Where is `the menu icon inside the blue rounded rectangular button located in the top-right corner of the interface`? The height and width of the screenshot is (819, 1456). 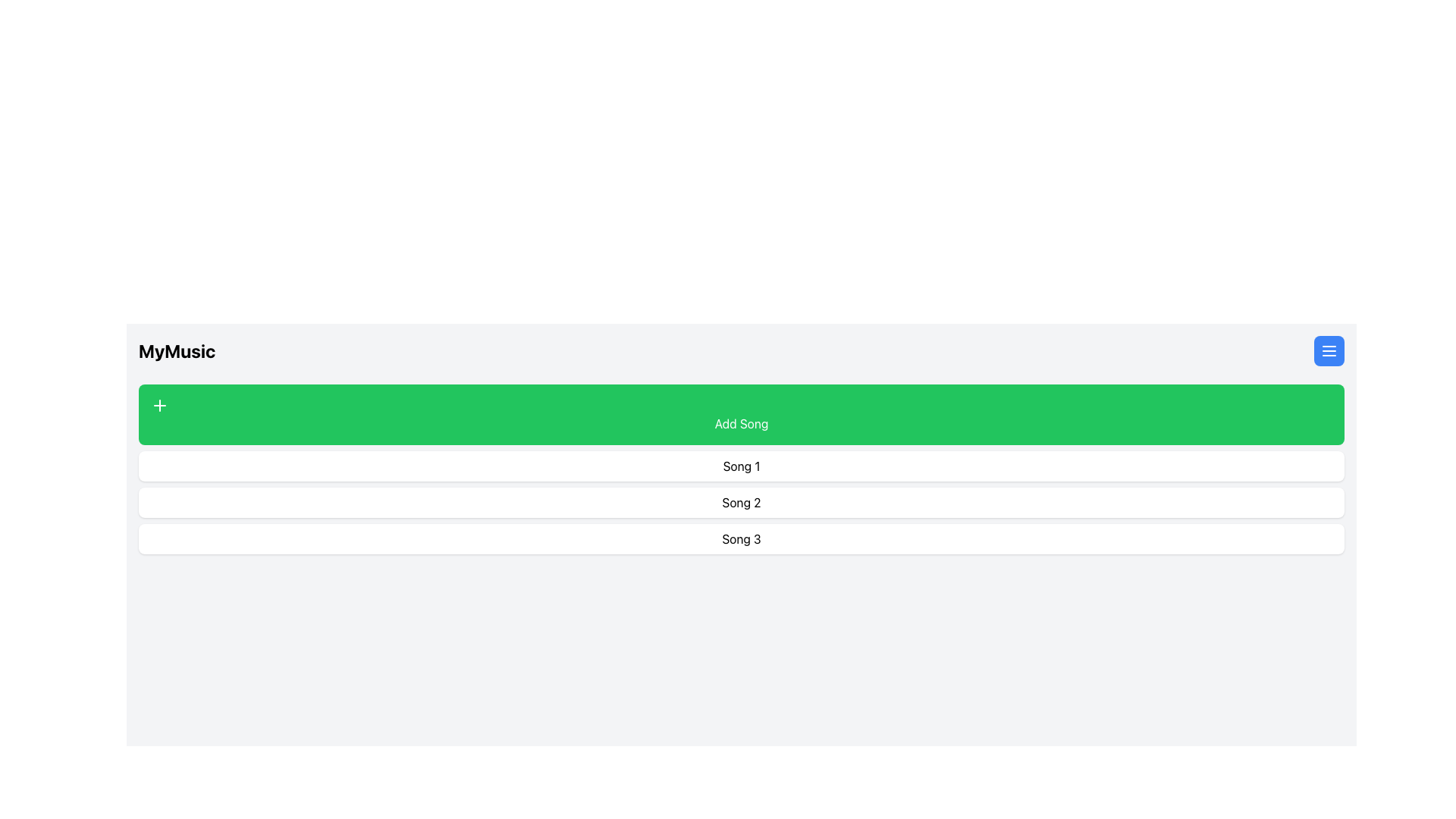
the menu icon inside the blue rounded rectangular button located in the top-right corner of the interface is located at coordinates (1328, 350).